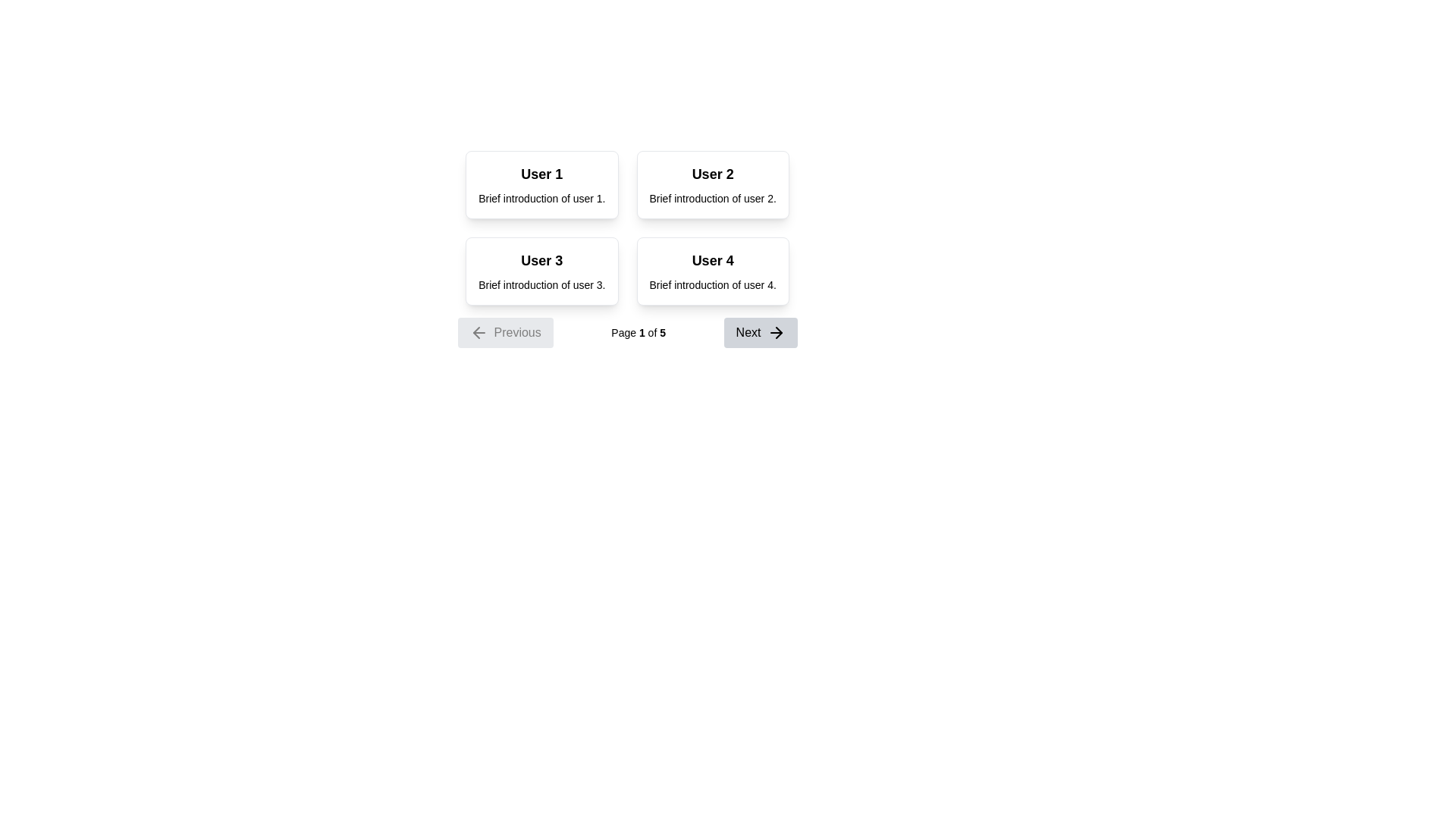 The width and height of the screenshot is (1456, 819). Describe the element at coordinates (478, 332) in the screenshot. I see `the left-pointing arrow icon within the 'Previous' navigation button` at that location.